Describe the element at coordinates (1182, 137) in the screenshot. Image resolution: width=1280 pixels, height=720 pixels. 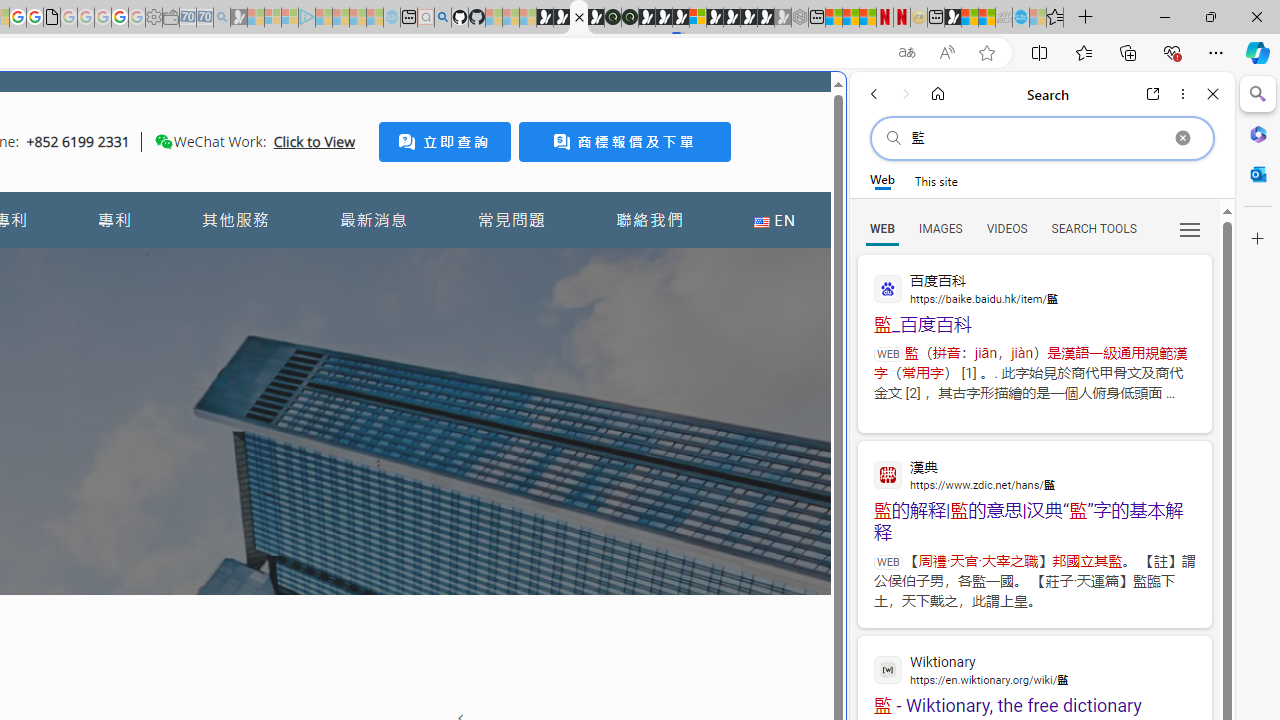
I see `'Clear'` at that location.